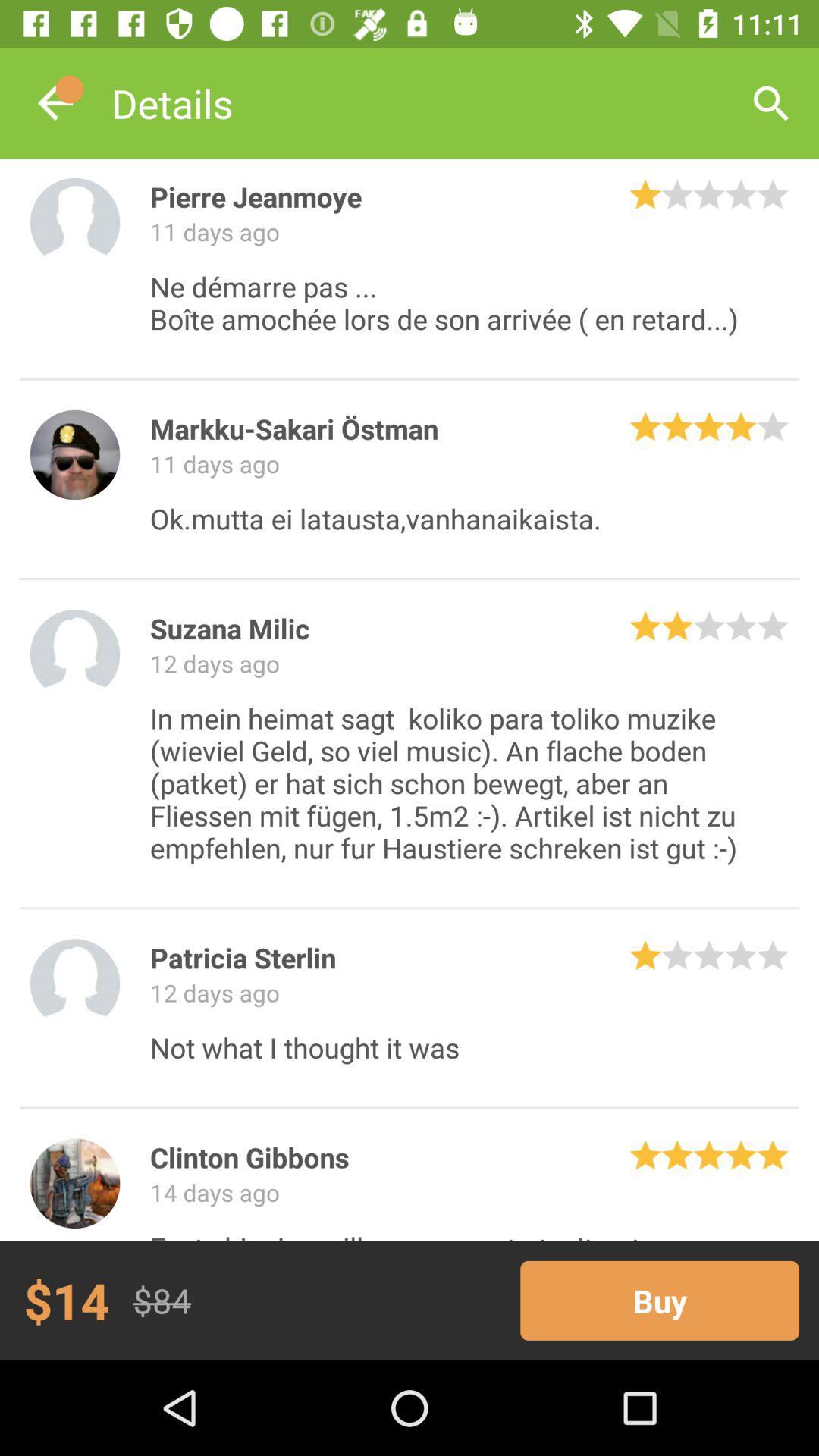  Describe the element at coordinates (771, 102) in the screenshot. I see `the icon next to details item` at that location.